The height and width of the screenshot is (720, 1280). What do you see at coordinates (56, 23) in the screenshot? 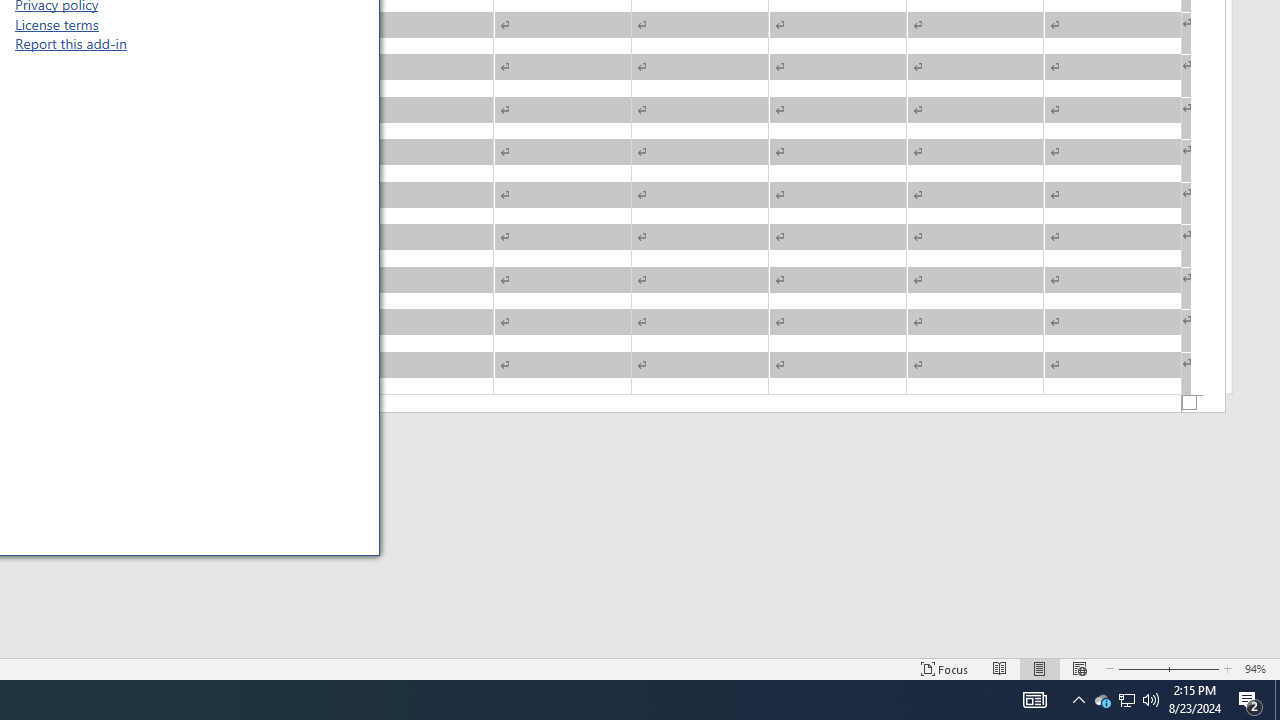
I see `'License terms'` at bounding box center [56, 23].